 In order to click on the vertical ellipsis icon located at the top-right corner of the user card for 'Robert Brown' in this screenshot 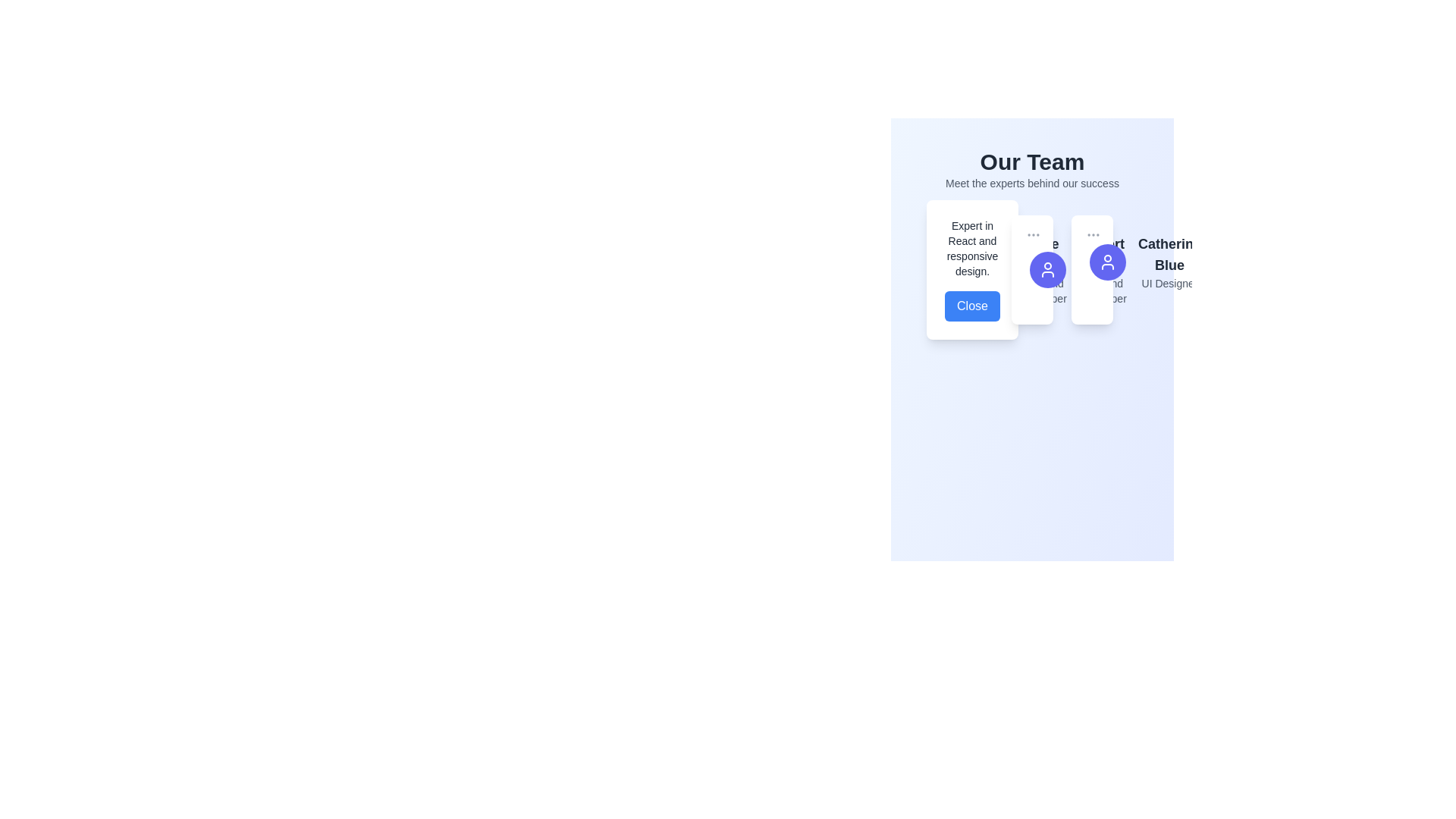, I will do `click(1033, 234)`.